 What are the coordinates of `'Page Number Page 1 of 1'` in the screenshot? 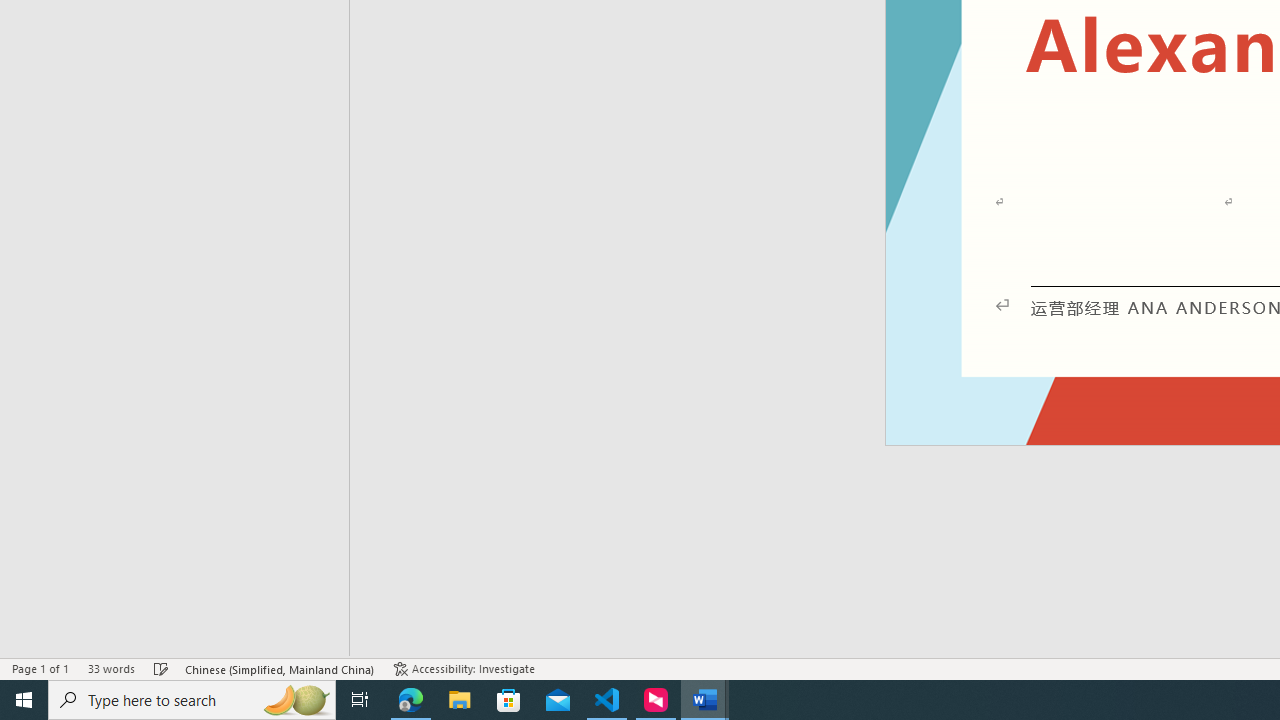 It's located at (40, 669).